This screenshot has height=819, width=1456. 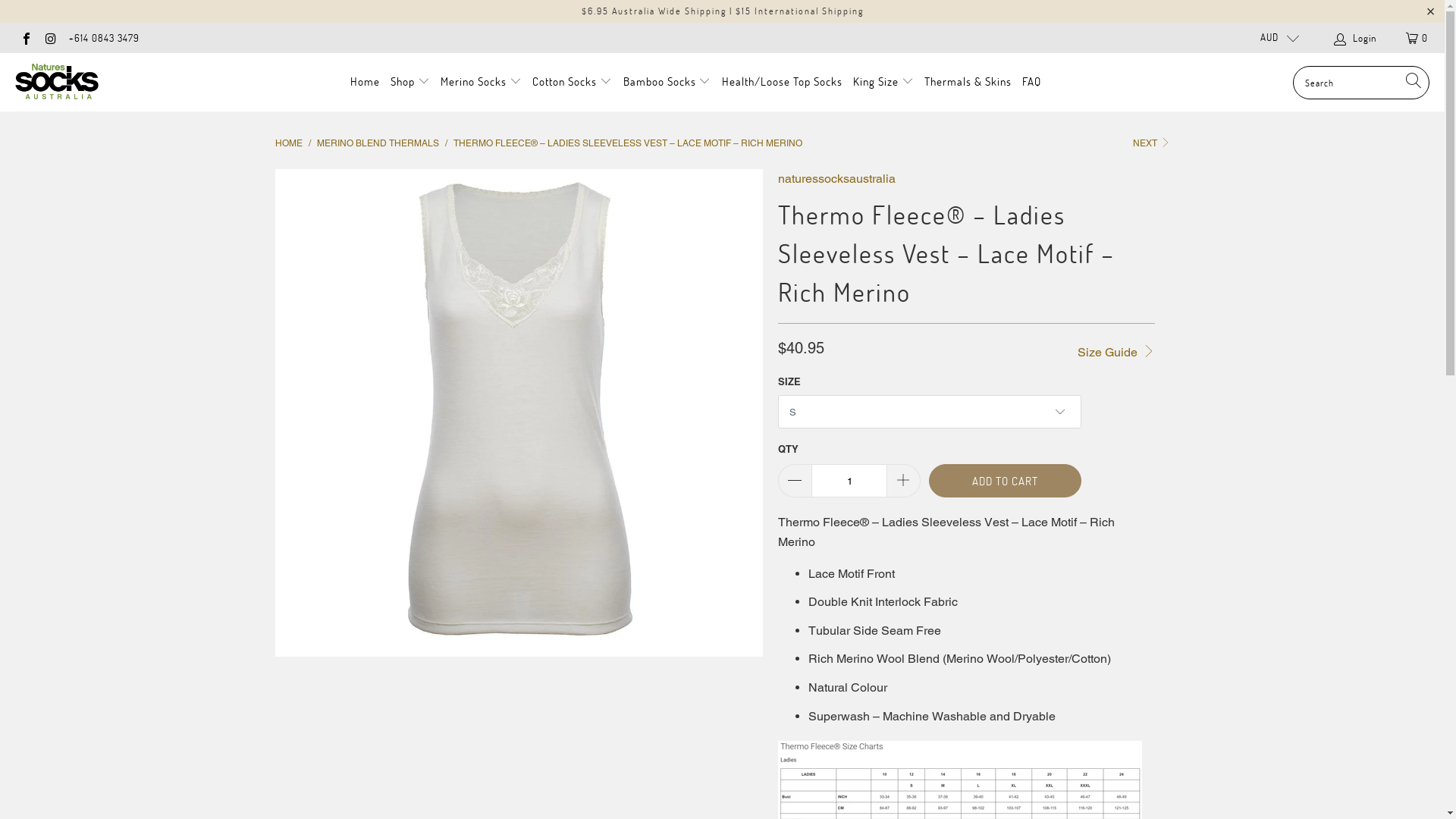 What do you see at coordinates (1151, 143) in the screenshot?
I see `'NEXT'` at bounding box center [1151, 143].